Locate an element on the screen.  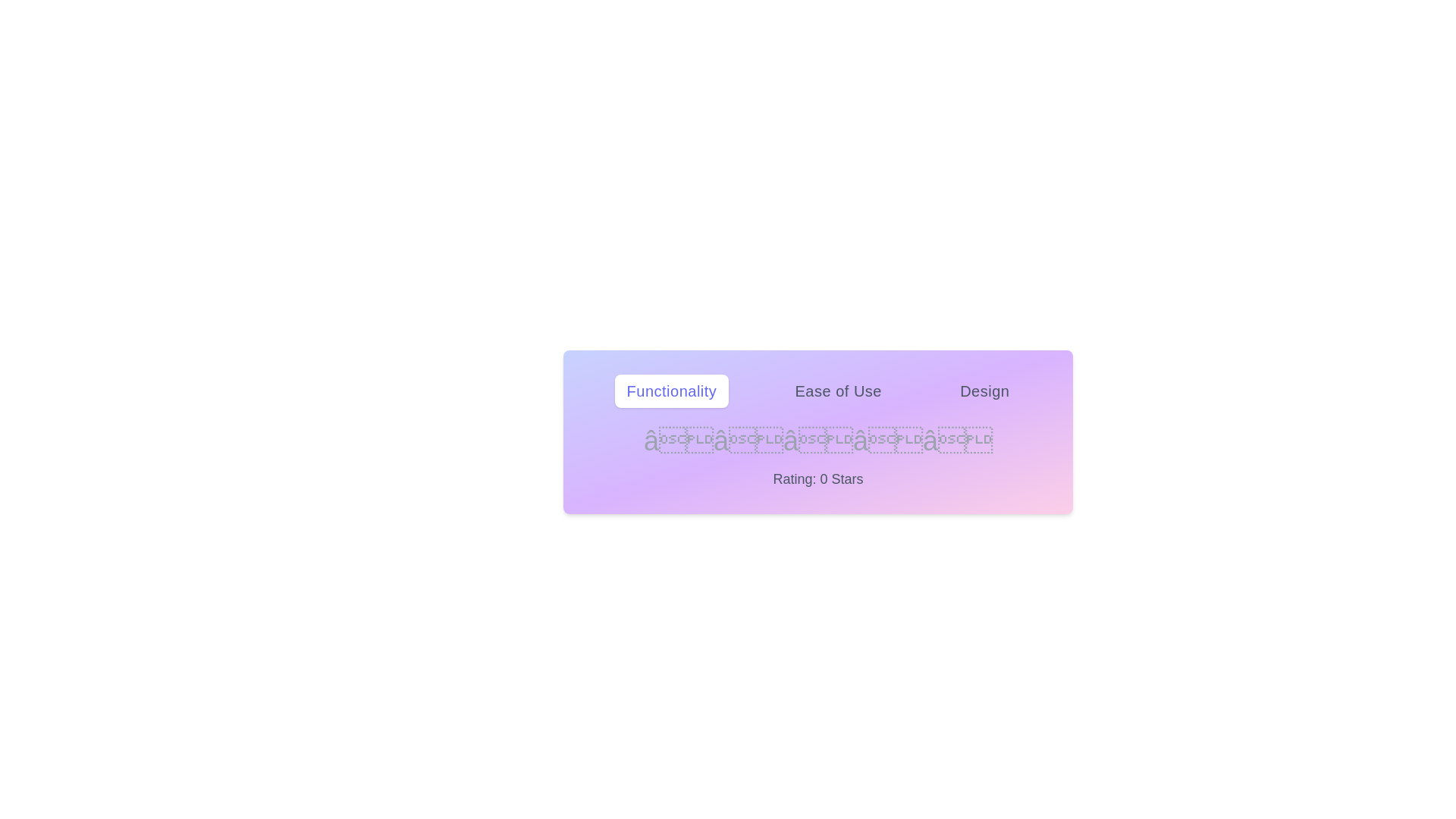
the tab labeled Design is located at coordinates (984, 391).